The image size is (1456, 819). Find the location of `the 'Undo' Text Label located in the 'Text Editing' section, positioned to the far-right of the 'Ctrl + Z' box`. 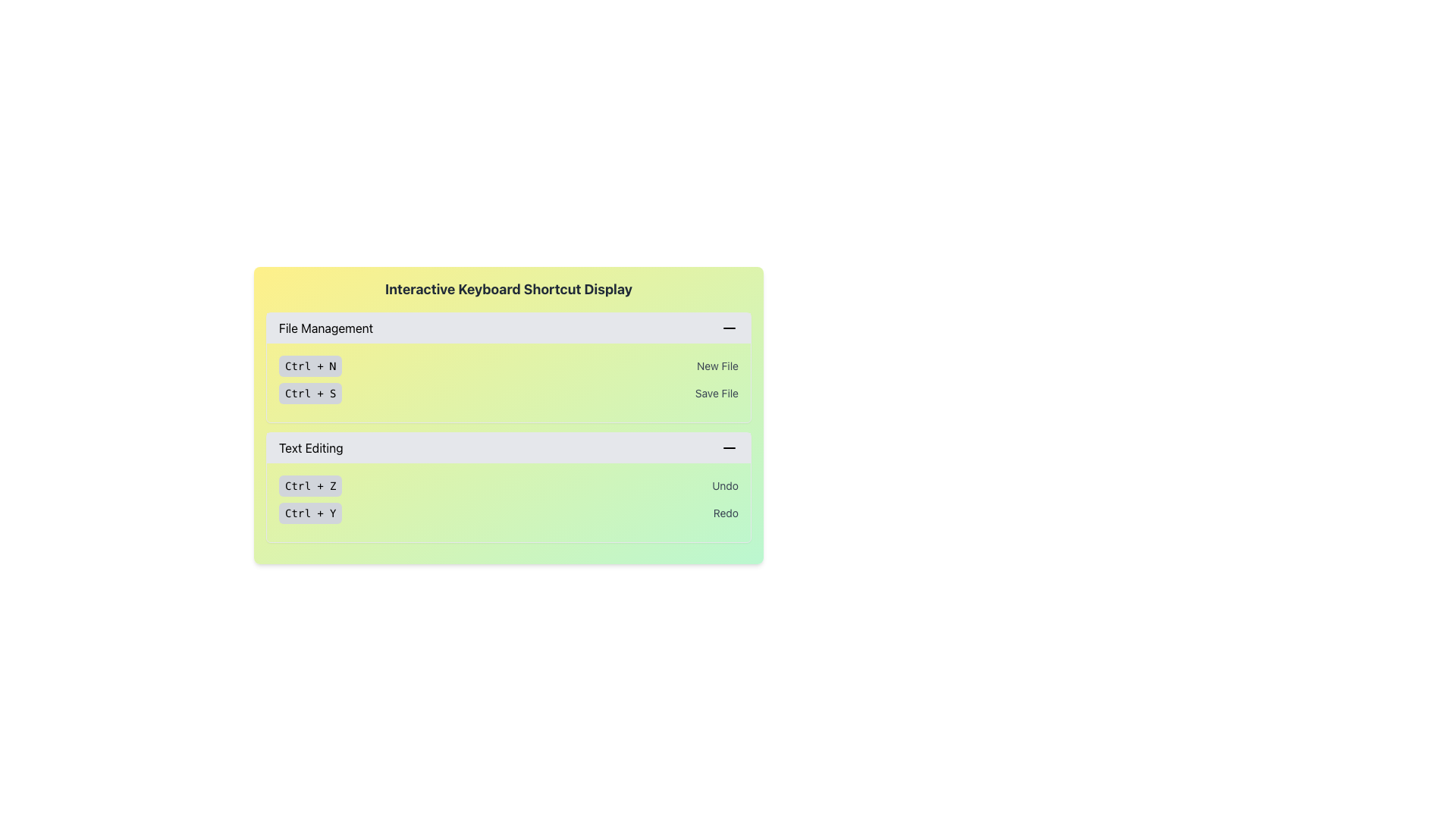

the 'Undo' Text Label located in the 'Text Editing' section, positioned to the far-right of the 'Ctrl + Z' box is located at coordinates (724, 485).